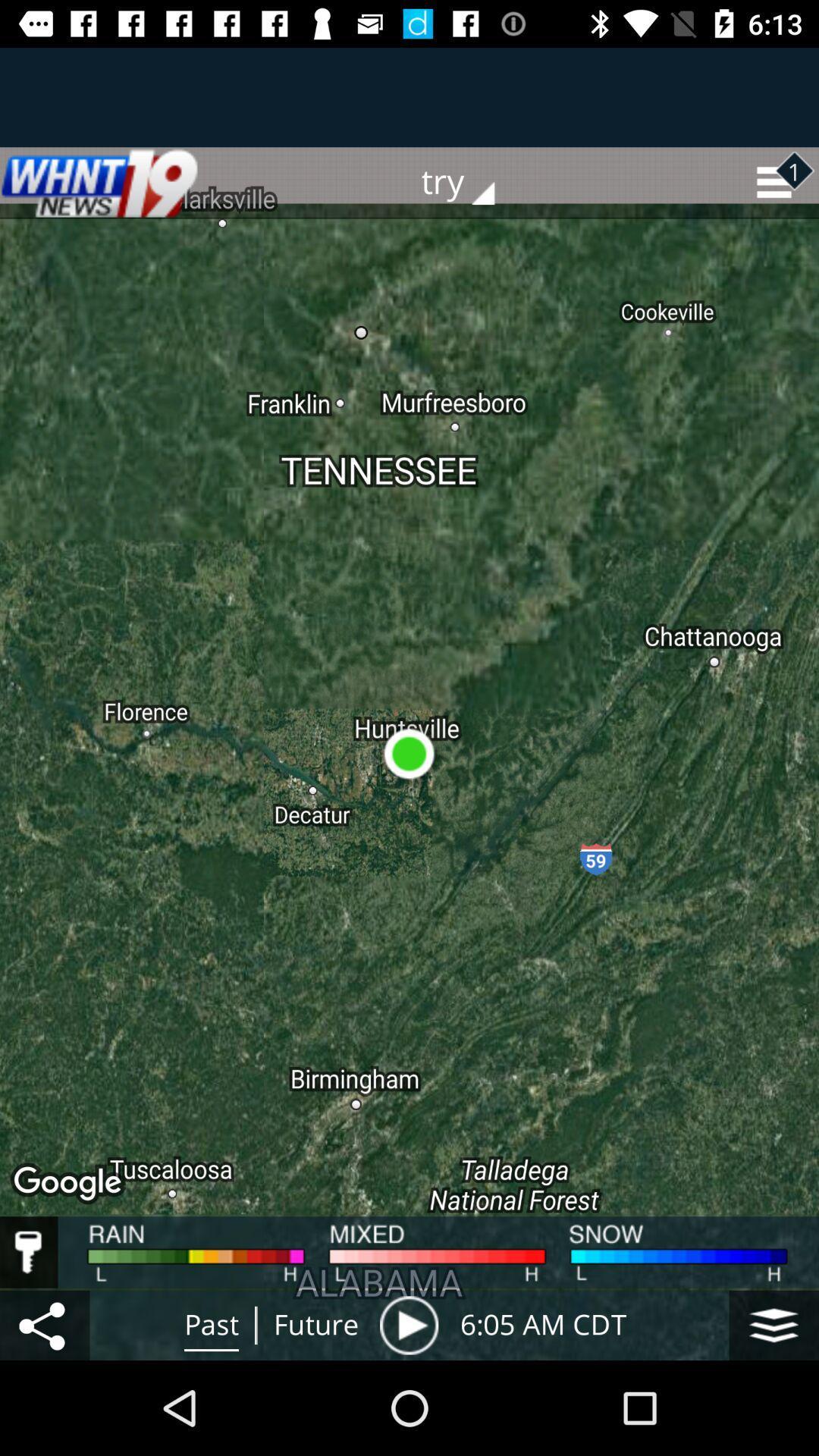  I want to click on the layers icon, so click(773, 1324).